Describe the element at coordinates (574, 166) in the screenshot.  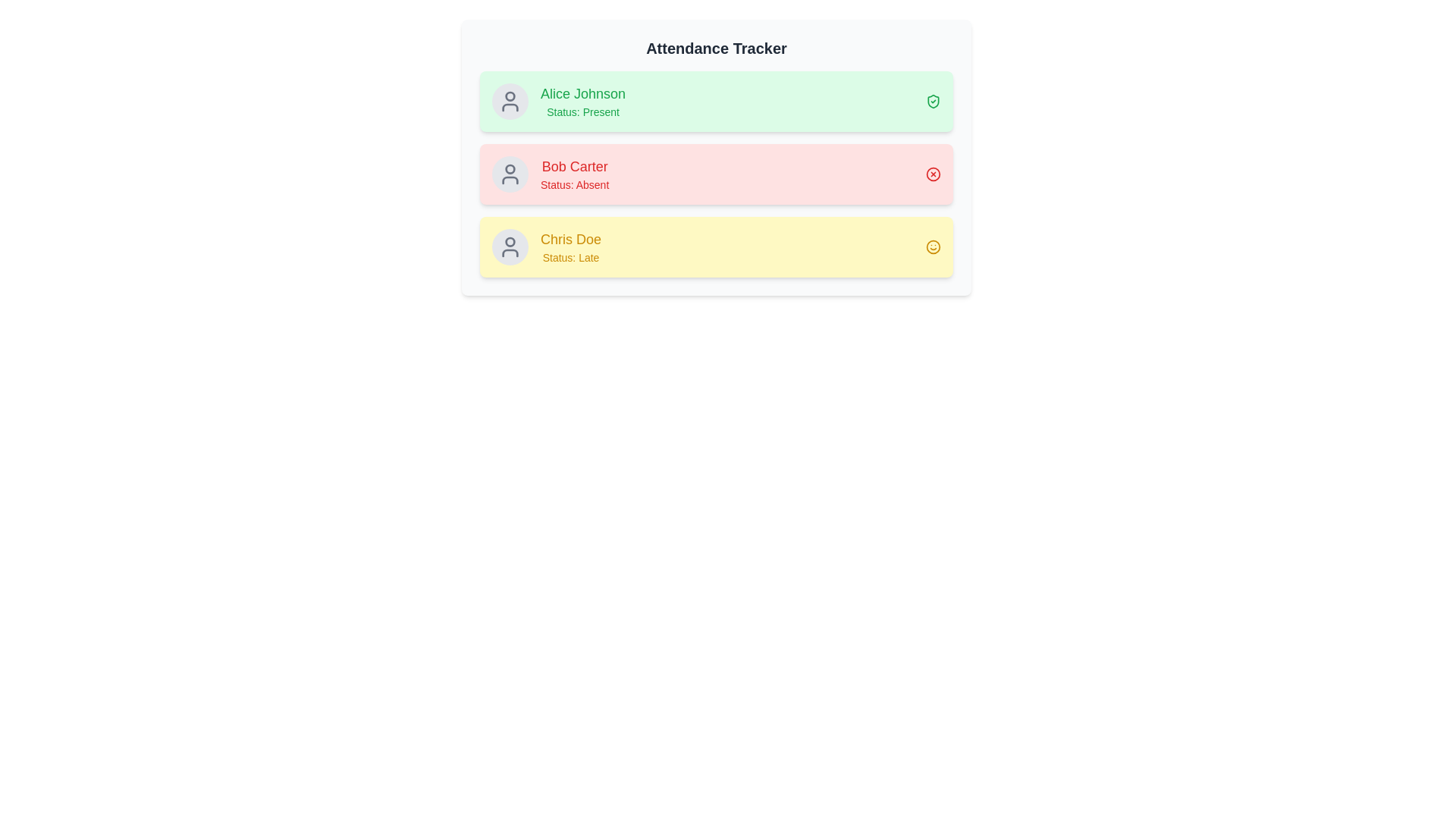
I see `the text label identifying 'Bob Carter' in the attendance tracking interface, which is positioned in the second row above 'Status: Absent'` at that location.